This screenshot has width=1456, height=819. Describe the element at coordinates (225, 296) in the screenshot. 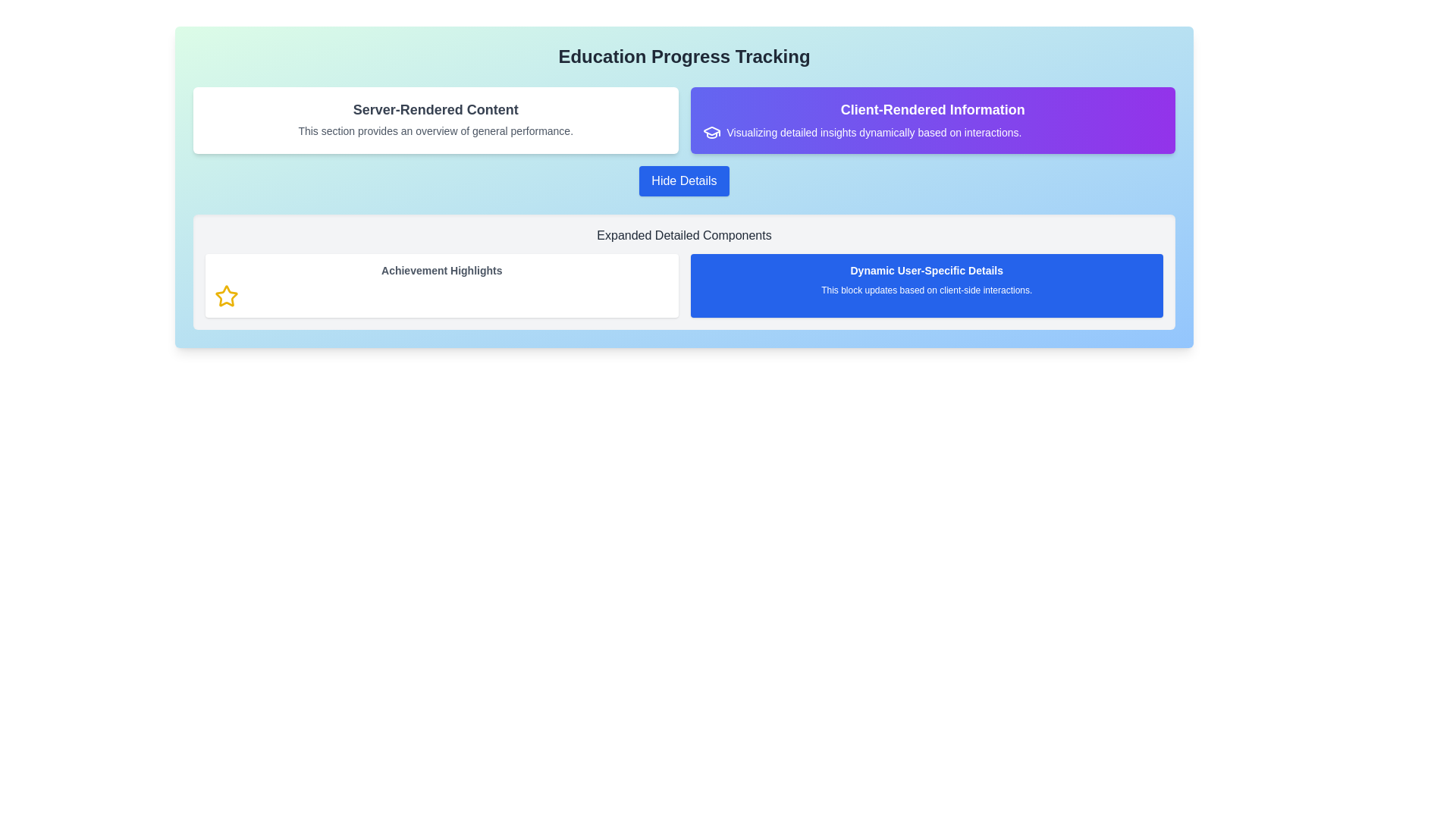

I see `the achievement icon located in the 'Achievement Highlights' section, which is centered below the 'Server-Rendered Content' header` at that location.